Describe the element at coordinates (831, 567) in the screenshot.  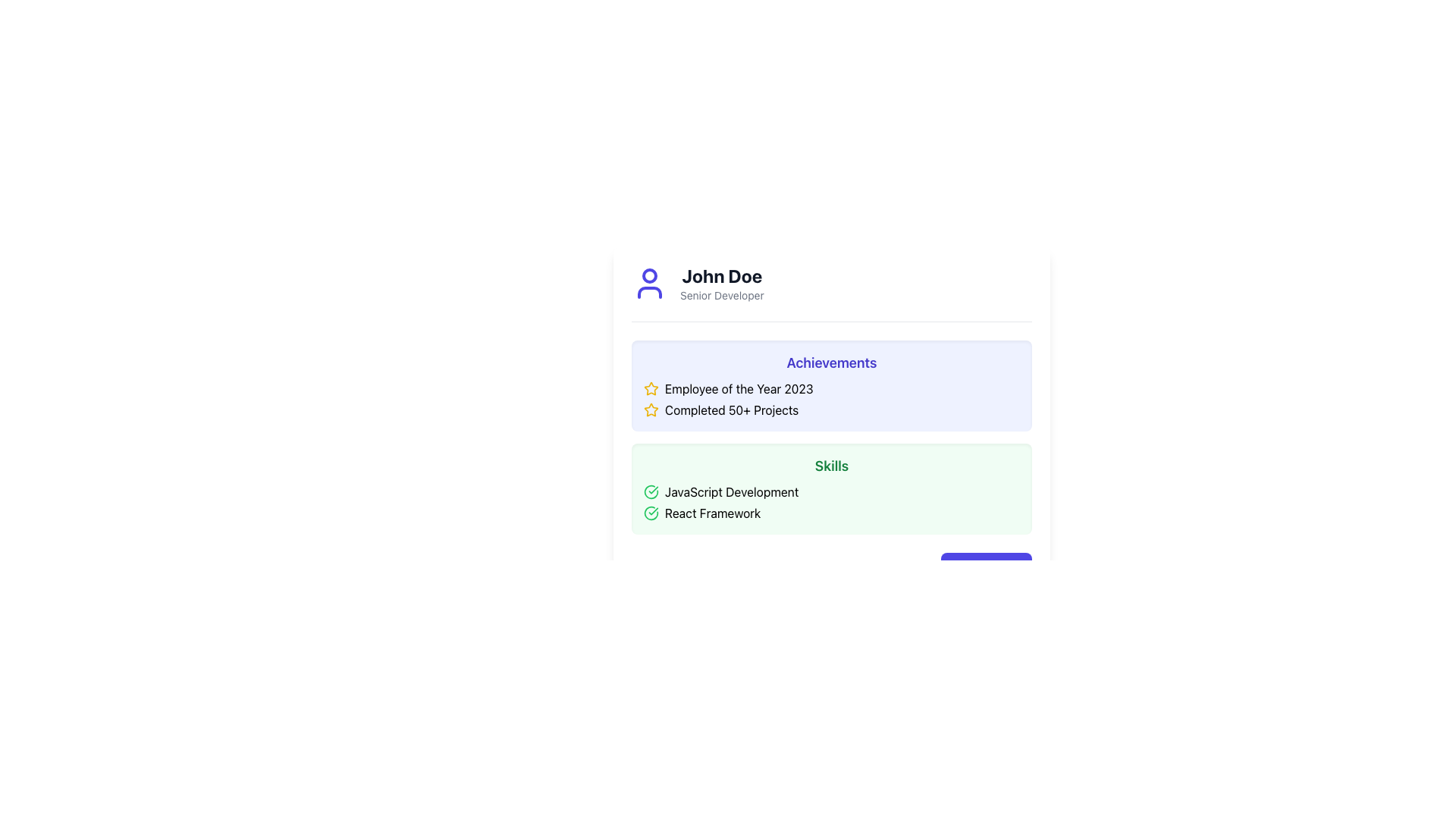
I see `the settings button located in the bottom-right corner of the user information card` at that location.